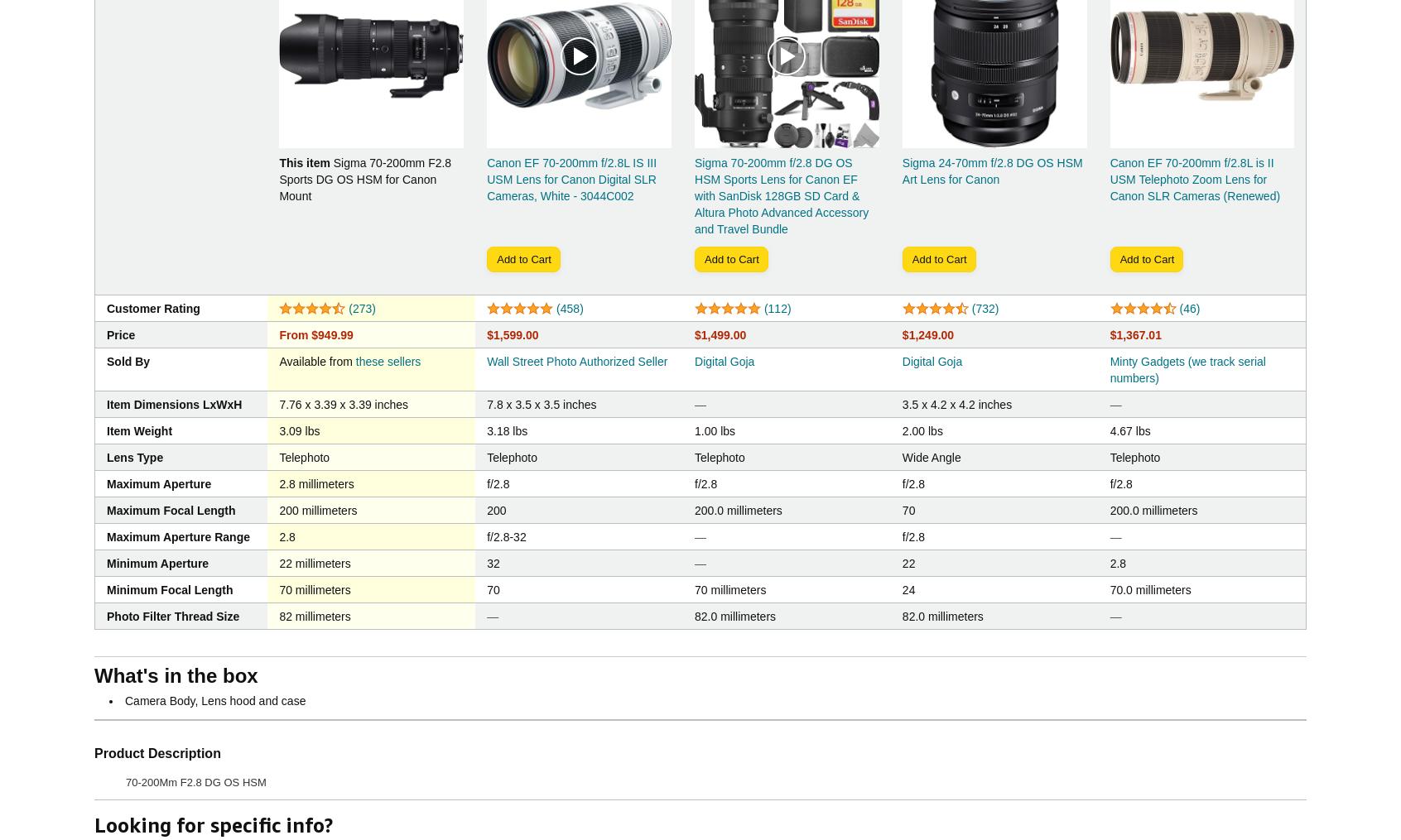 The width and height of the screenshot is (1401, 840). What do you see at coordinates (124, 781) in the screenshot?
I see `'70-200Mm F2.8 DG OS HSM'` at bounding box center [124, 781].